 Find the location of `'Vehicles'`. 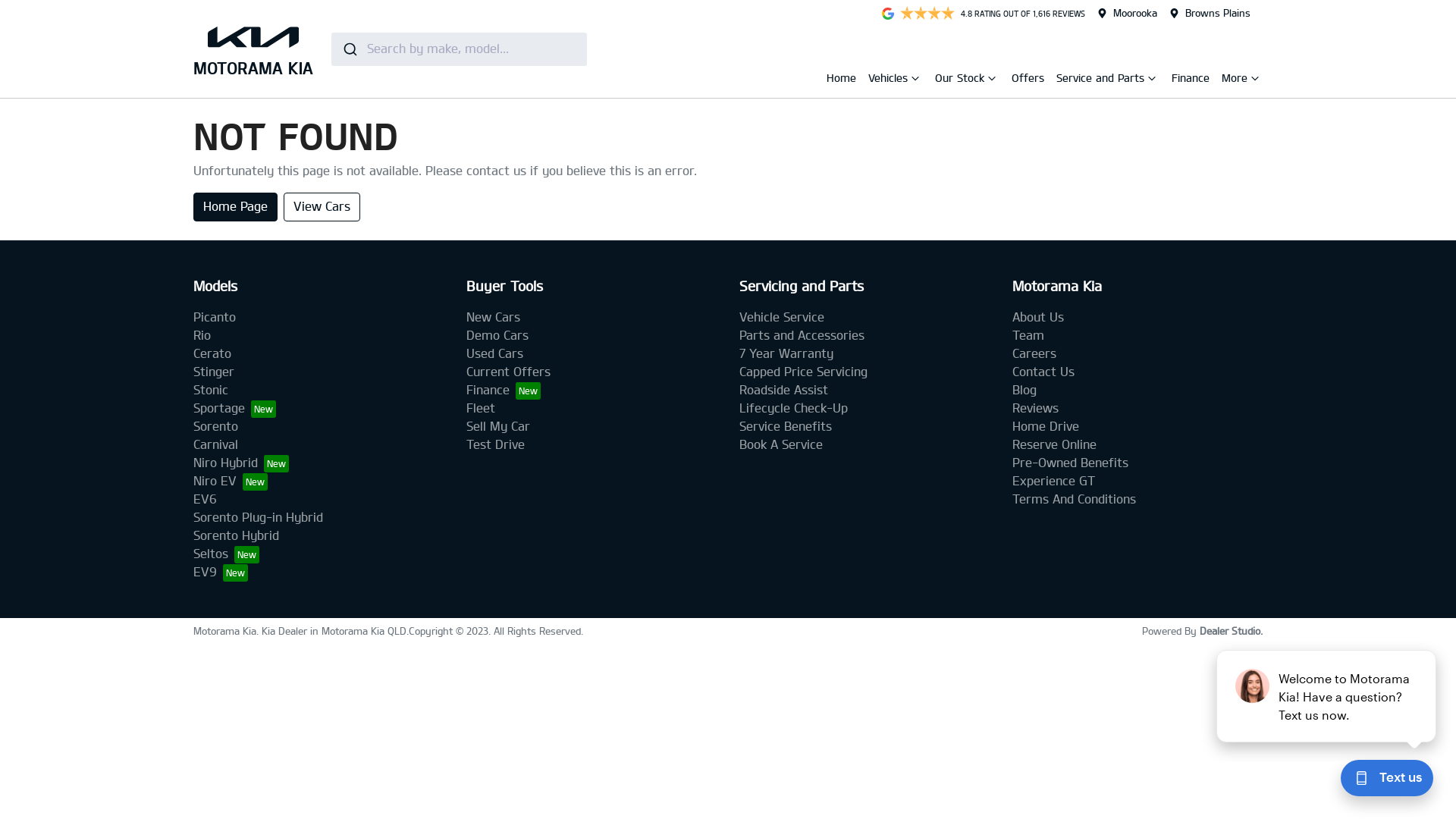

'Vehicles' is located at coordinates (889, 80).